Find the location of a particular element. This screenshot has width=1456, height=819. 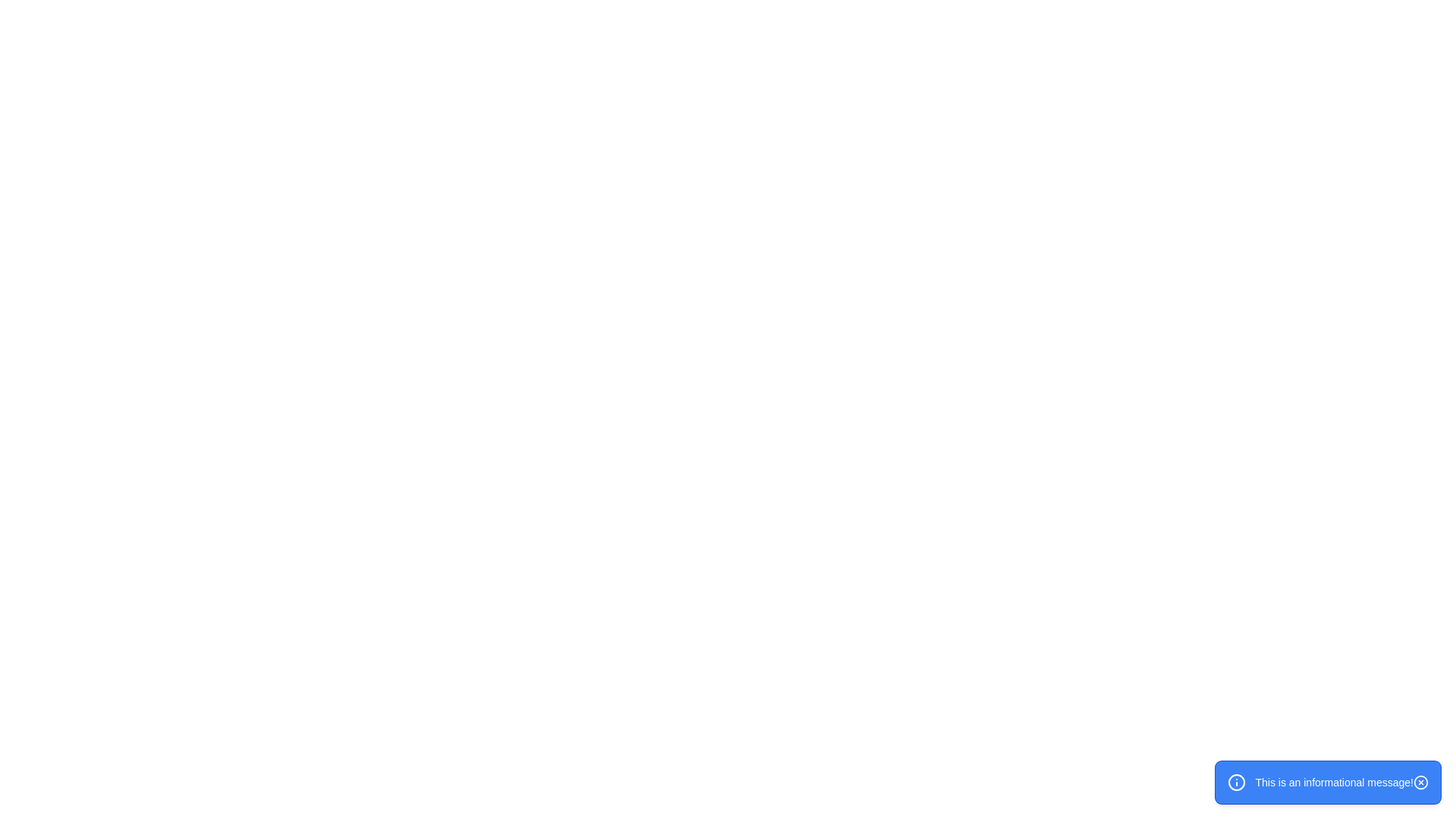

the close button of the snackbar to dismiss it is located at coordinates (1420, 783).